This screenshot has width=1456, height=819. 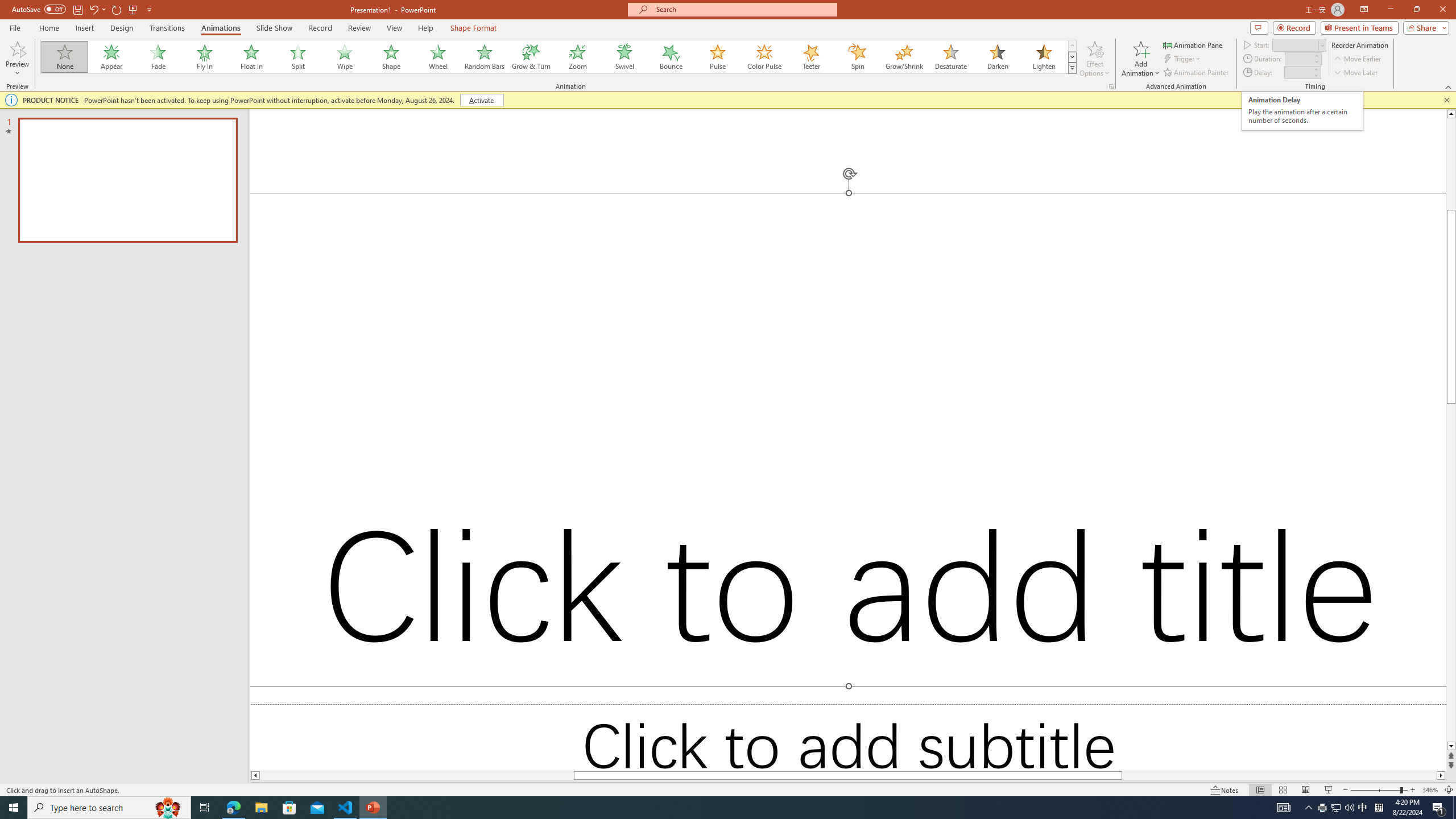 What do you see at coordinates (671, 56) in the screenshot?
I see `'Bounce'` at bounding box center [671, 56].